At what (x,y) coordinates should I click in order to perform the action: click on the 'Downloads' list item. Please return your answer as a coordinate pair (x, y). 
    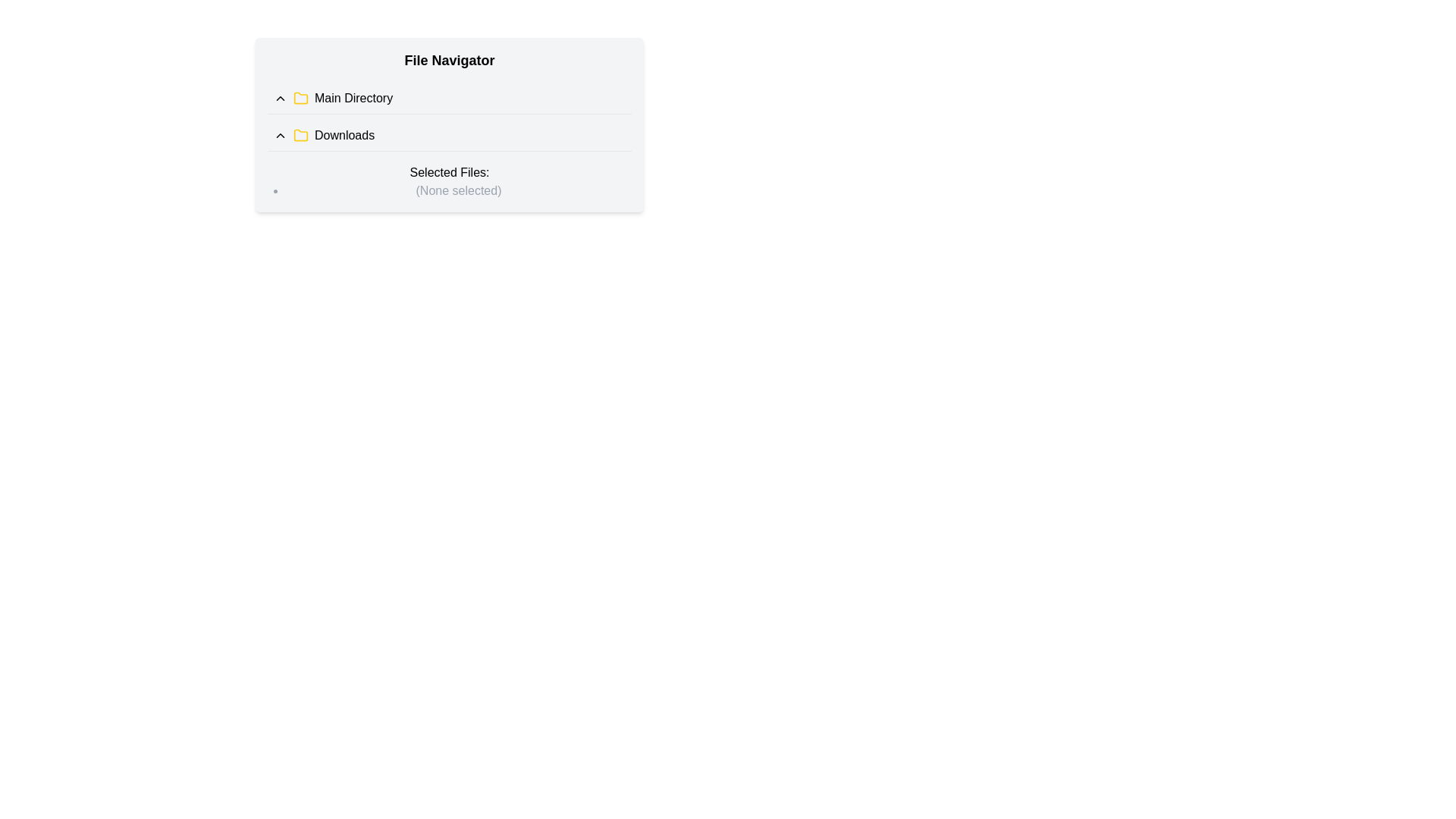
    Looking at the image, I should click on (449, 134).